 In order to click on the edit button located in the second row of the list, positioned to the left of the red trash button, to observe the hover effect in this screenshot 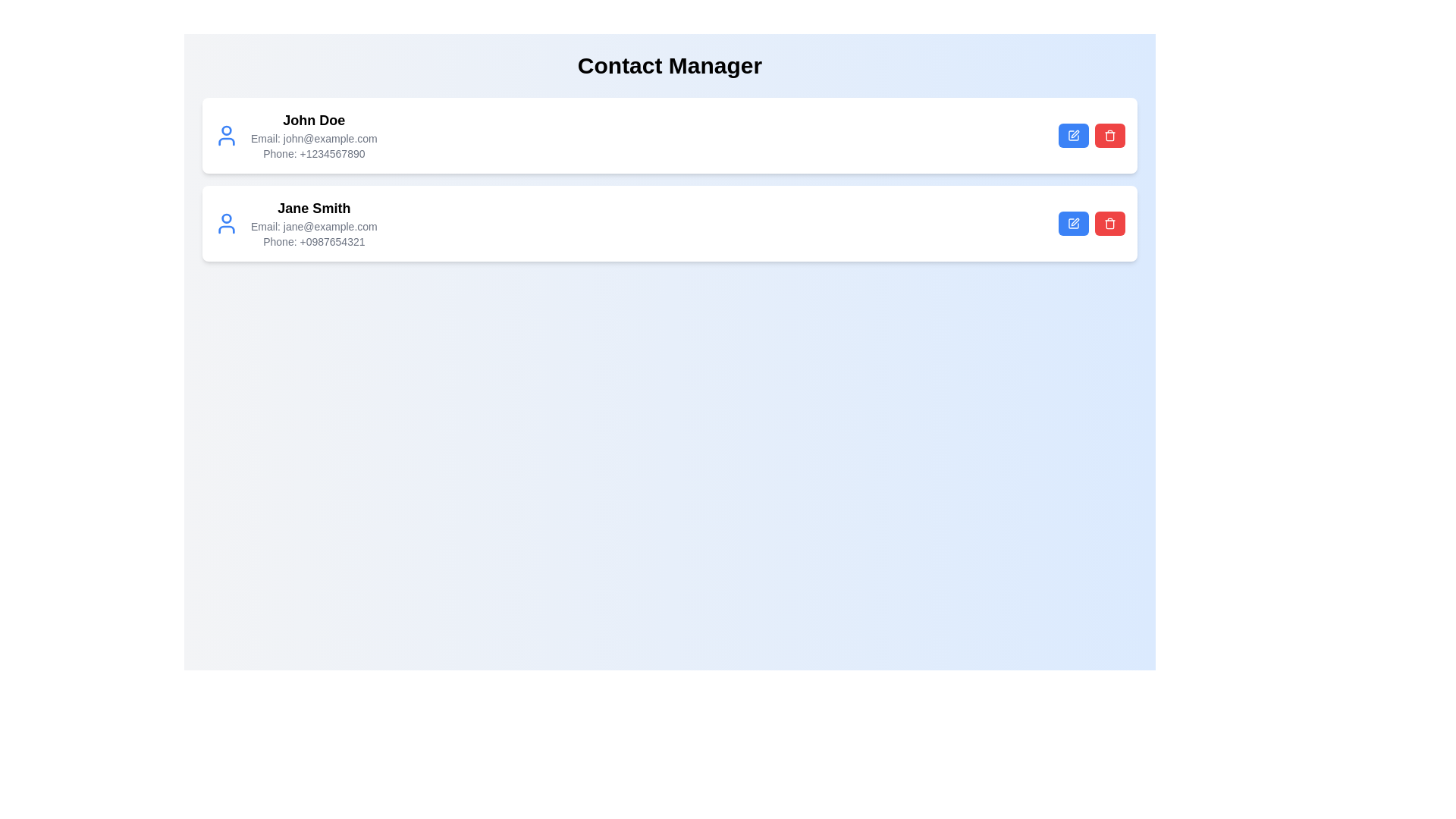, I will do `click(1073, 223)`.